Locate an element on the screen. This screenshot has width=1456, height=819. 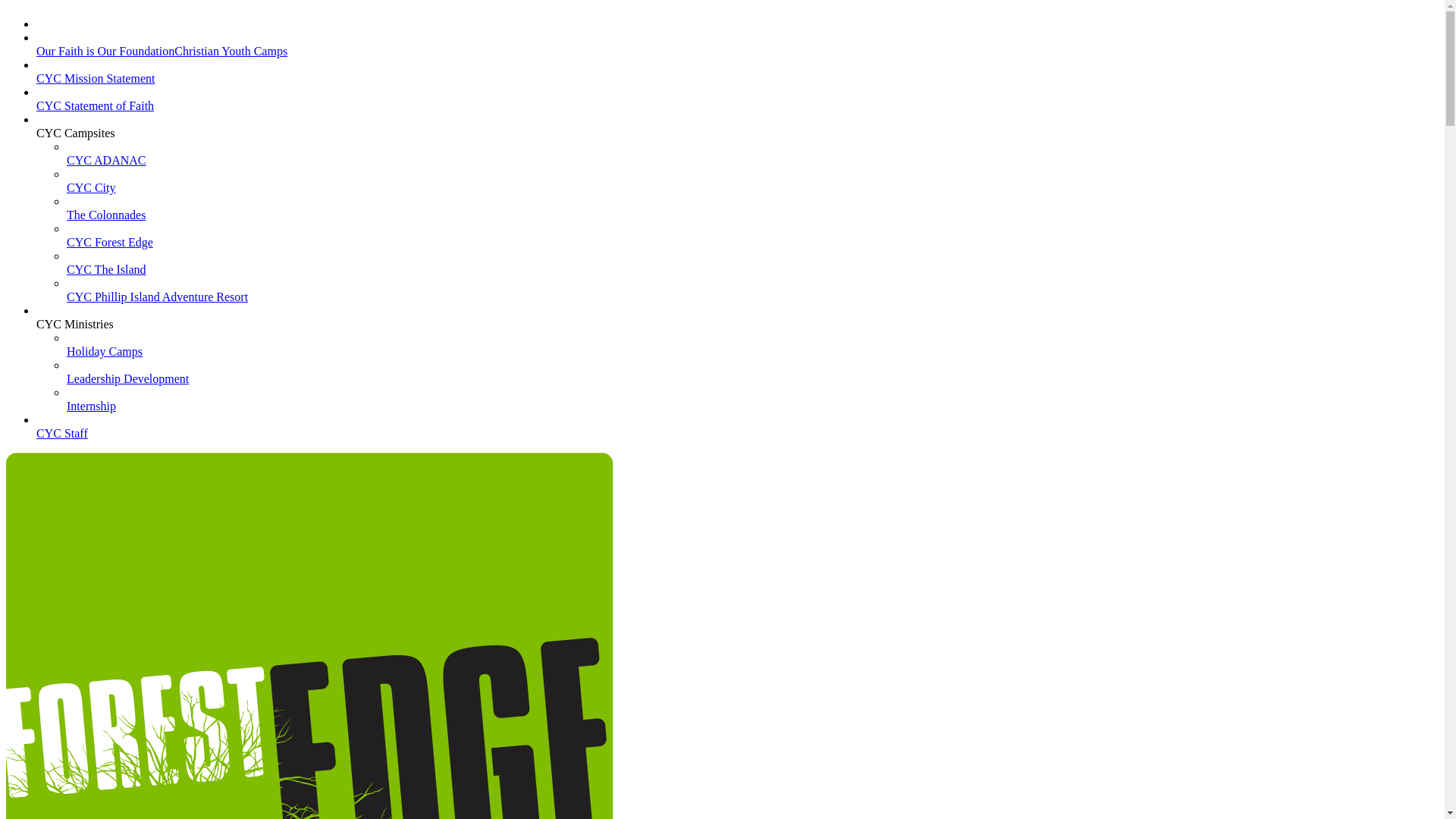
'CYC The Island' is located at coordinates (105, 276).